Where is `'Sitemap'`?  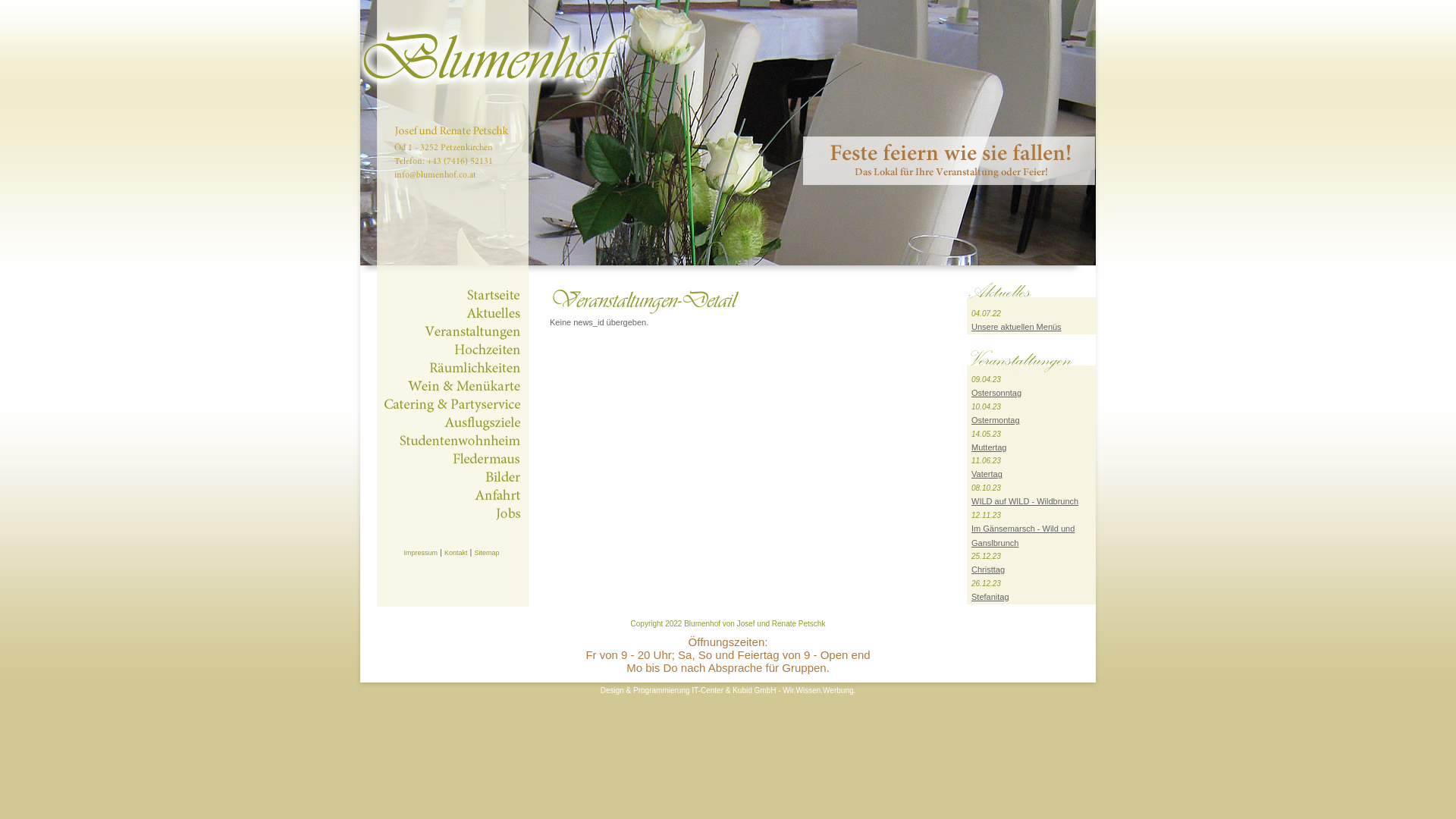 'Sitemap' is located at coordinates (486, 553).